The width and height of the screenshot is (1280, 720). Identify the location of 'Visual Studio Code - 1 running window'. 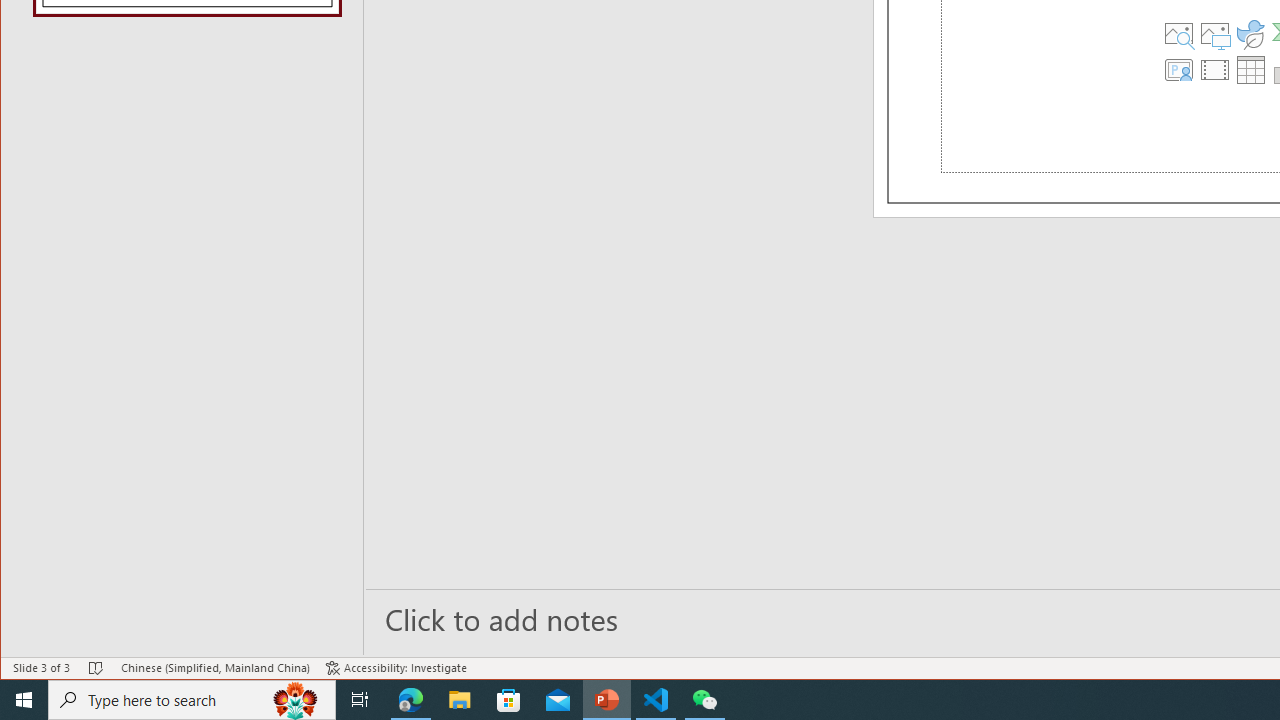
(656, 698).